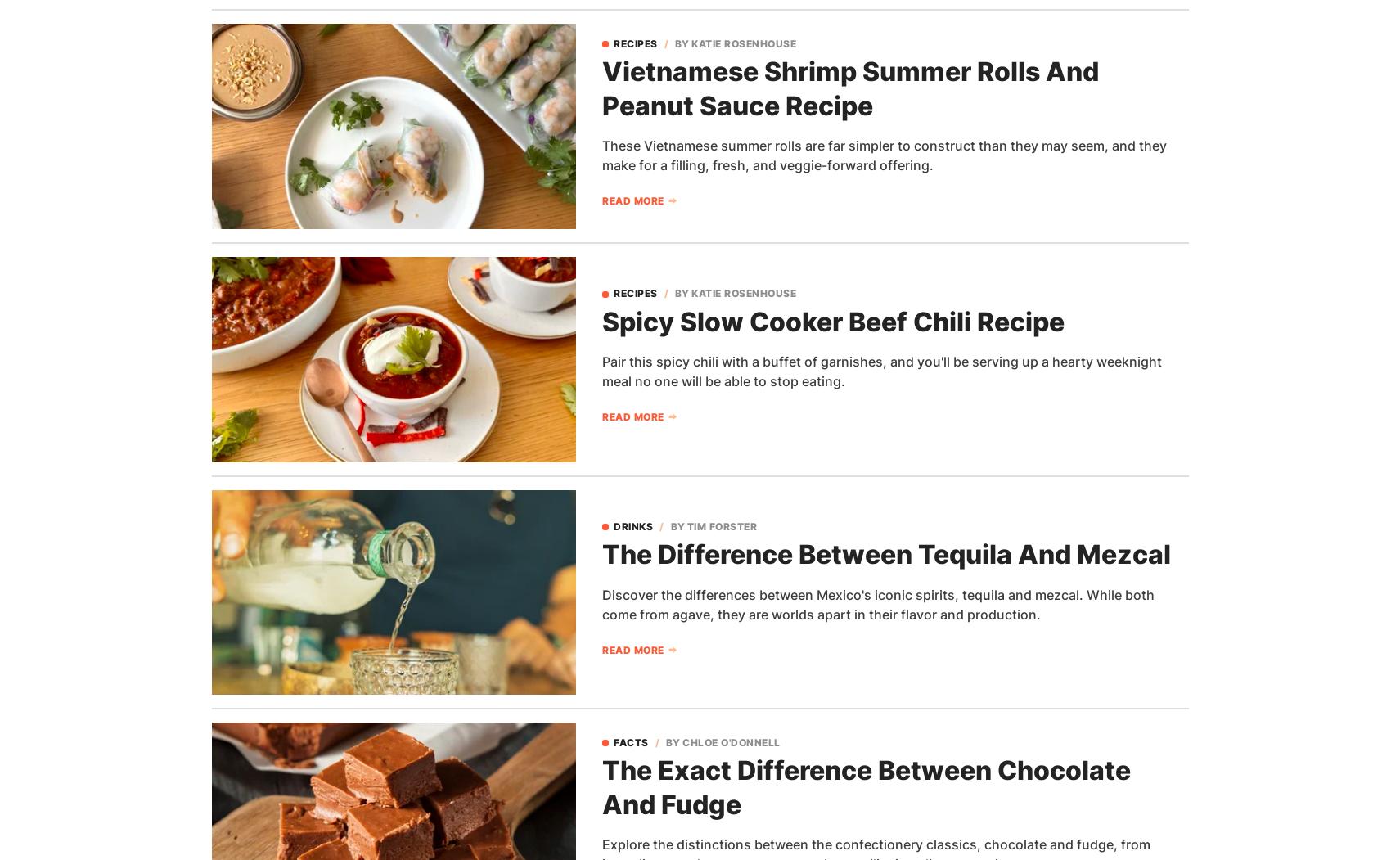  I want to click on 'Drinks', so click(632, 525).